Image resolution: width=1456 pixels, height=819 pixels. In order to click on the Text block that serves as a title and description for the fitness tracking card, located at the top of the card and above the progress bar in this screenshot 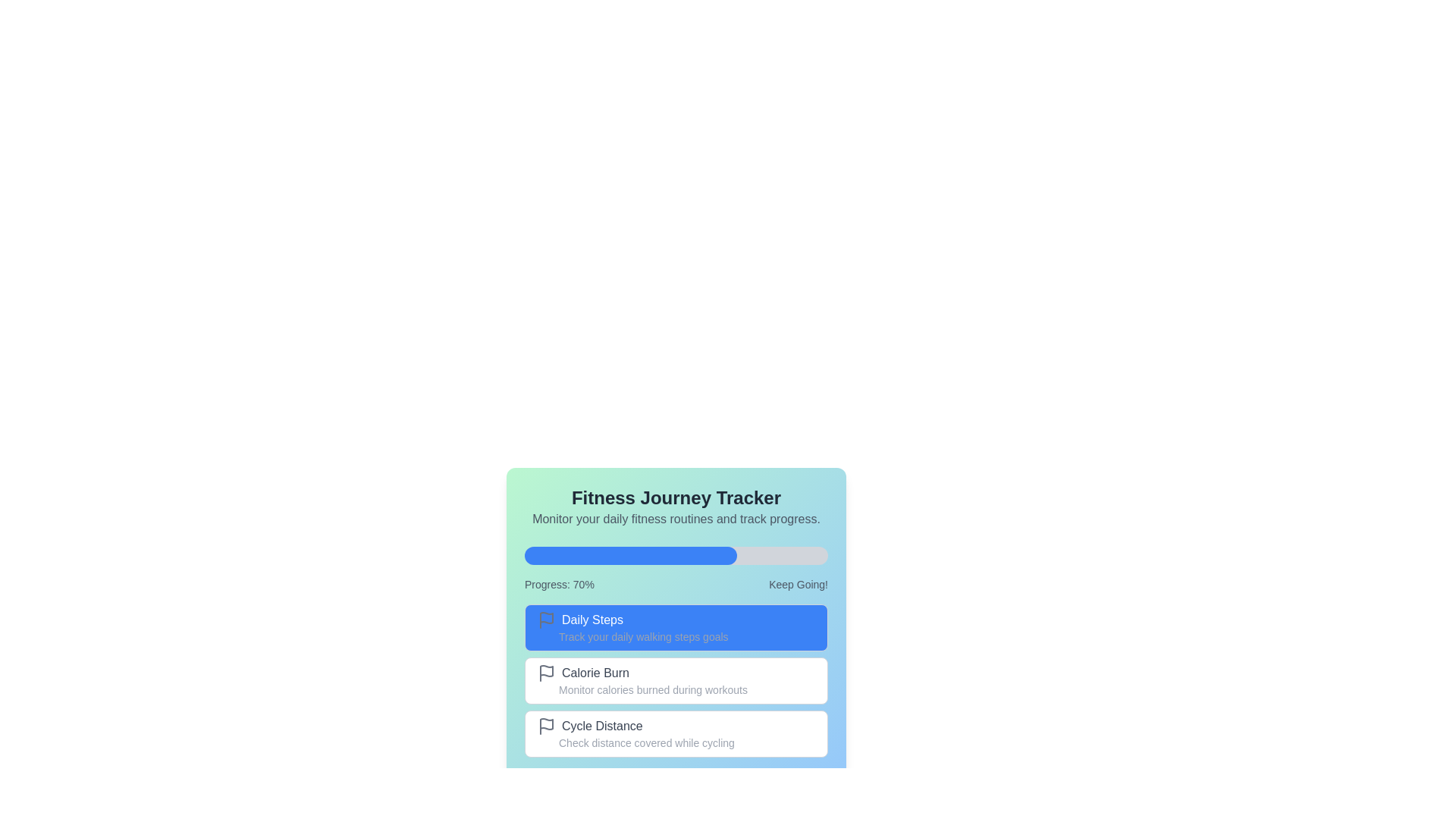, I will do `click(676, 507)`.